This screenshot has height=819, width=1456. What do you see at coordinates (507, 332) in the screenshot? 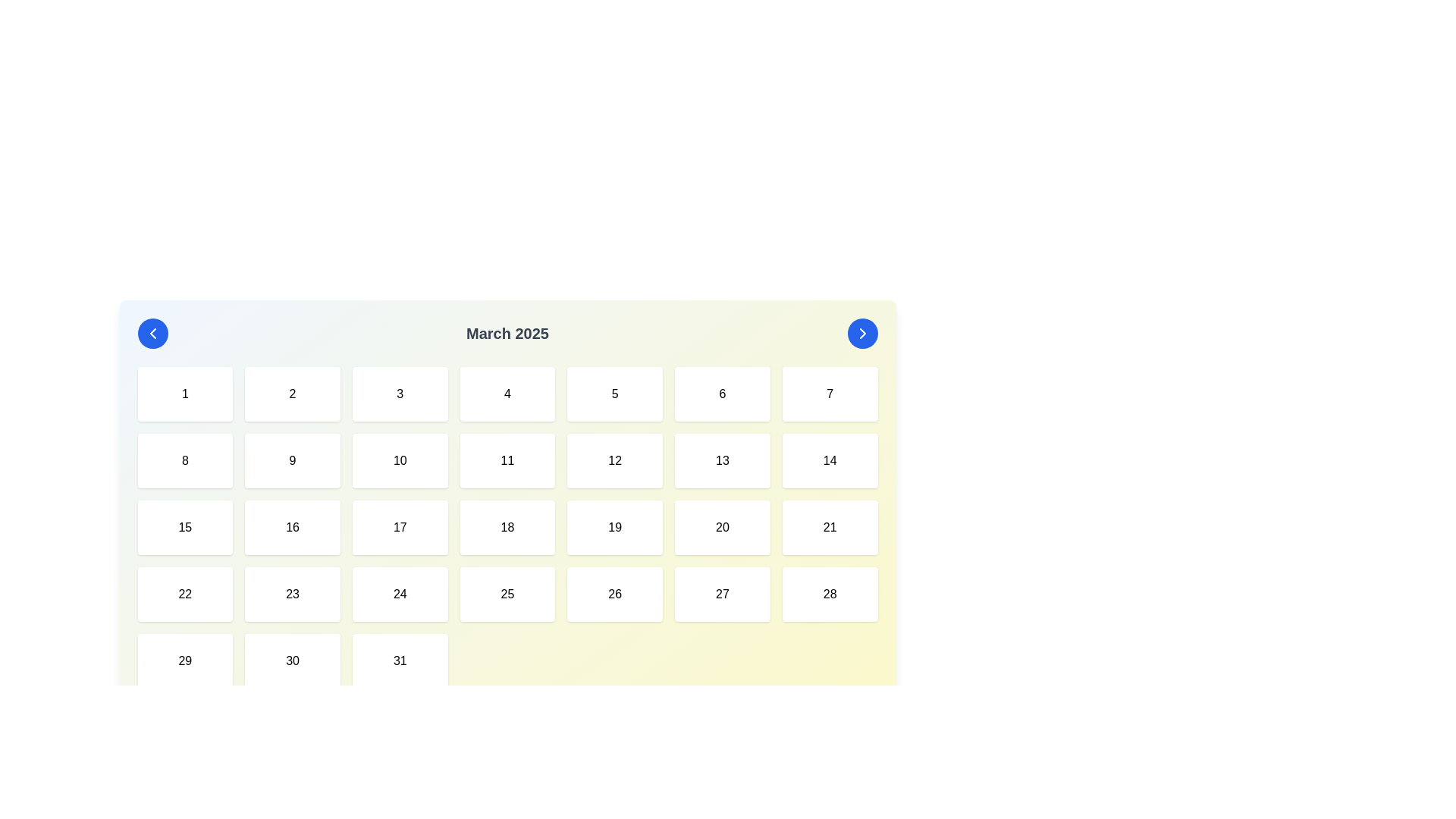
I see `the 'March 2025' text label, which is displayed in bold dark gray font against a light background, centrally located in the header section of the calendar interface` at bounding box center [507, 332].